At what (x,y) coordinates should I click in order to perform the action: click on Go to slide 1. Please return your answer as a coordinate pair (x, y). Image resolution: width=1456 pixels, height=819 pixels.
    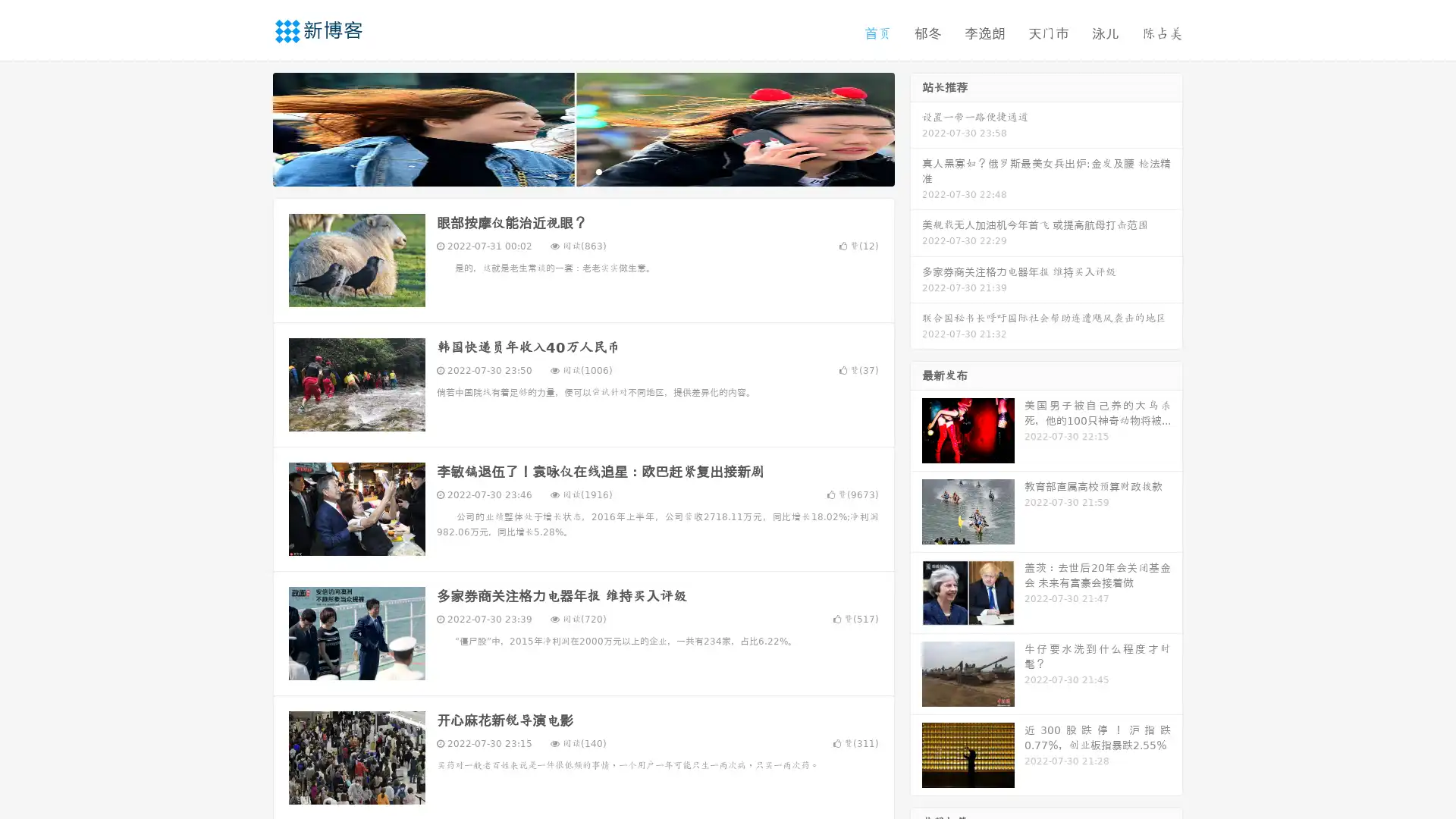
    Looking at the image, I should click on (567, 171).